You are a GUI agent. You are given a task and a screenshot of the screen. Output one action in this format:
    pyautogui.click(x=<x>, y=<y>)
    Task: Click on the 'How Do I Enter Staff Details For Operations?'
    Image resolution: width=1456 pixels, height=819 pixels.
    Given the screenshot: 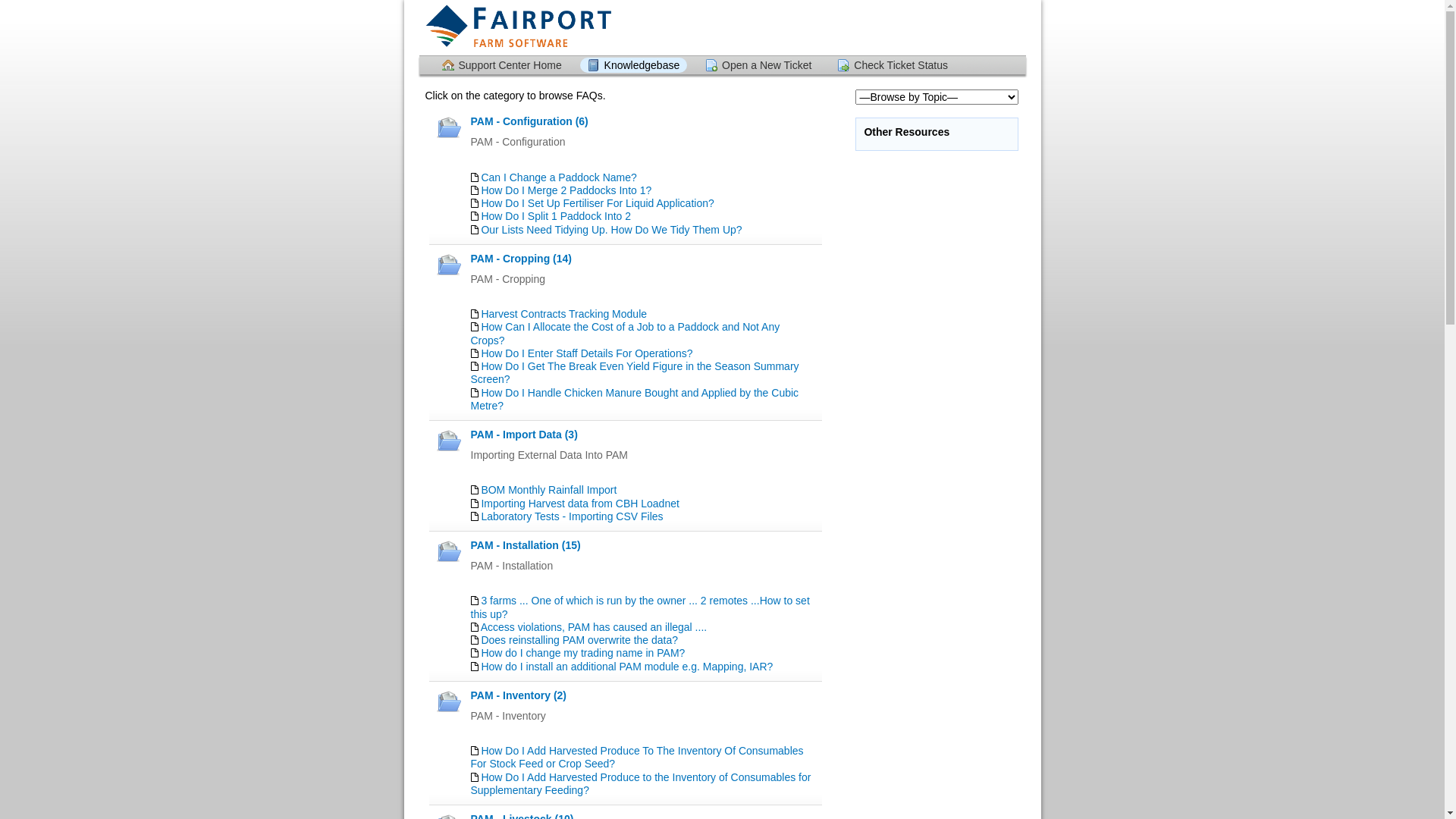 What is the action you would take?
    pyautogui.click(x=479, y=353)
    